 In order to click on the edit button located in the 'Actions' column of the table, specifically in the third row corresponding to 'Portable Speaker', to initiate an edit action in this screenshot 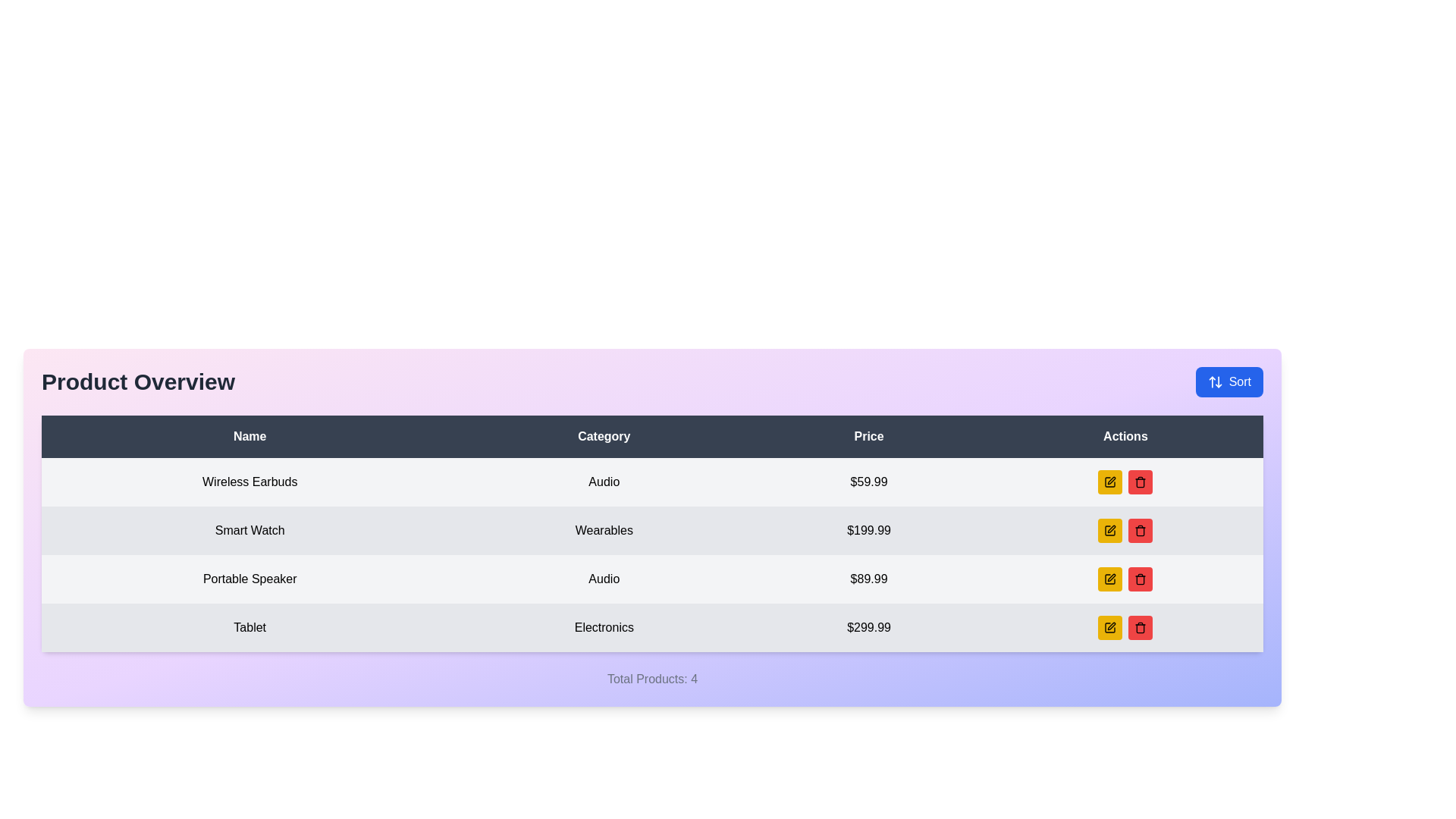, I will do `click(1110, 579)`.